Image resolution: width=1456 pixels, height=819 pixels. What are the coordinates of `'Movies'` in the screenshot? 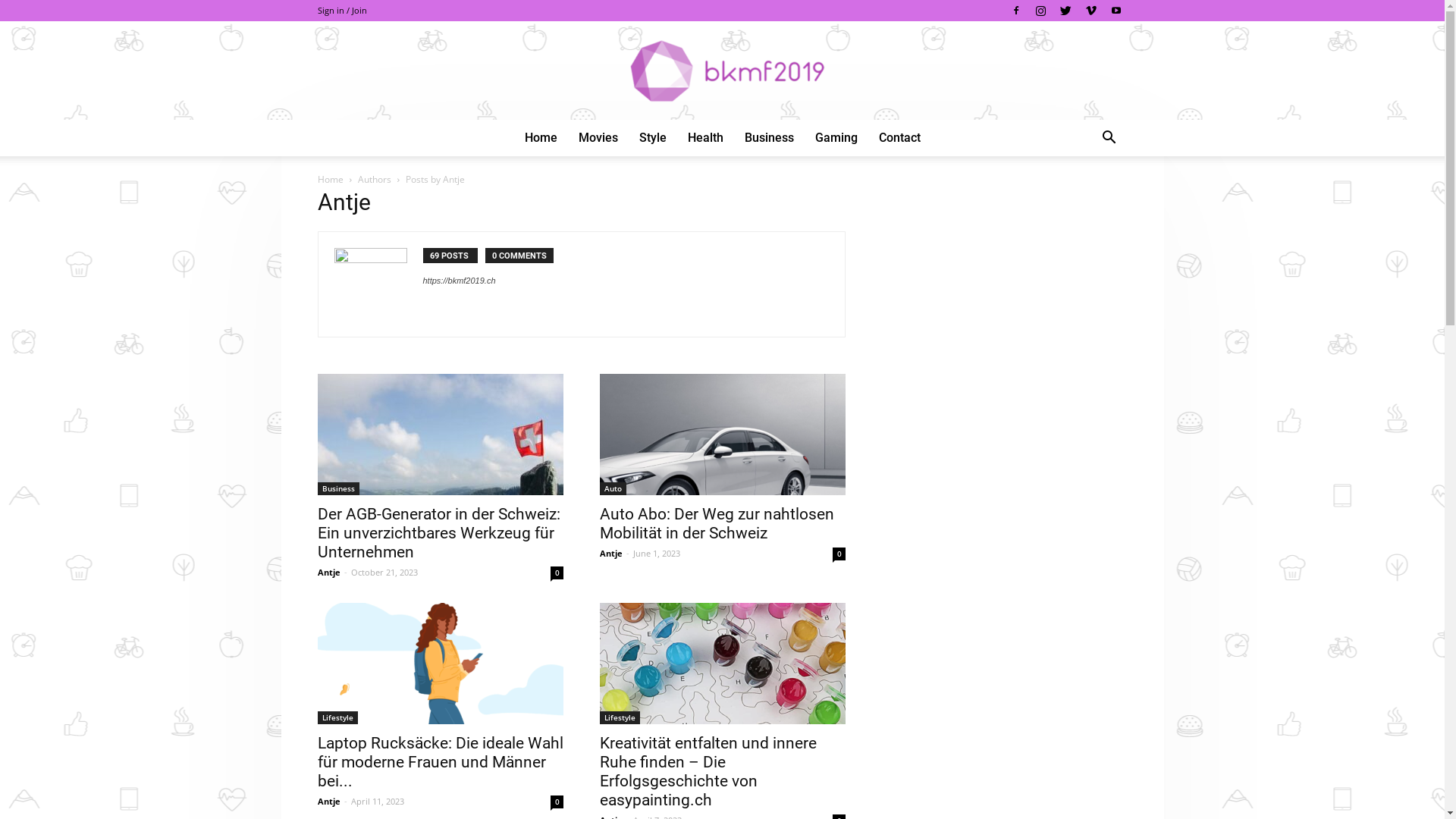 It's located at (596, 137).